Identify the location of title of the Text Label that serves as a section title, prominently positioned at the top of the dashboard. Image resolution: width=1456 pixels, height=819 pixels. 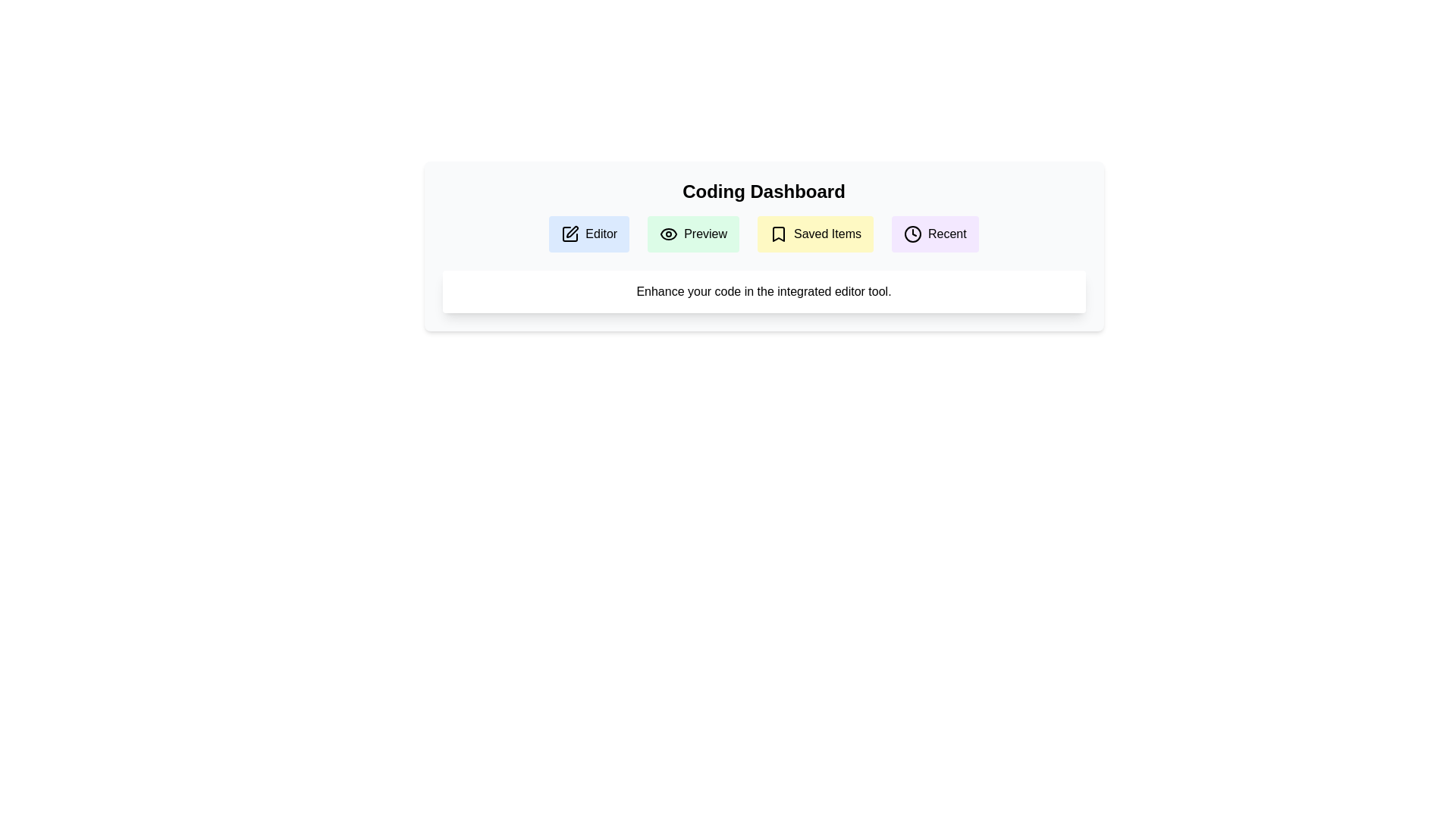
(764, 191).